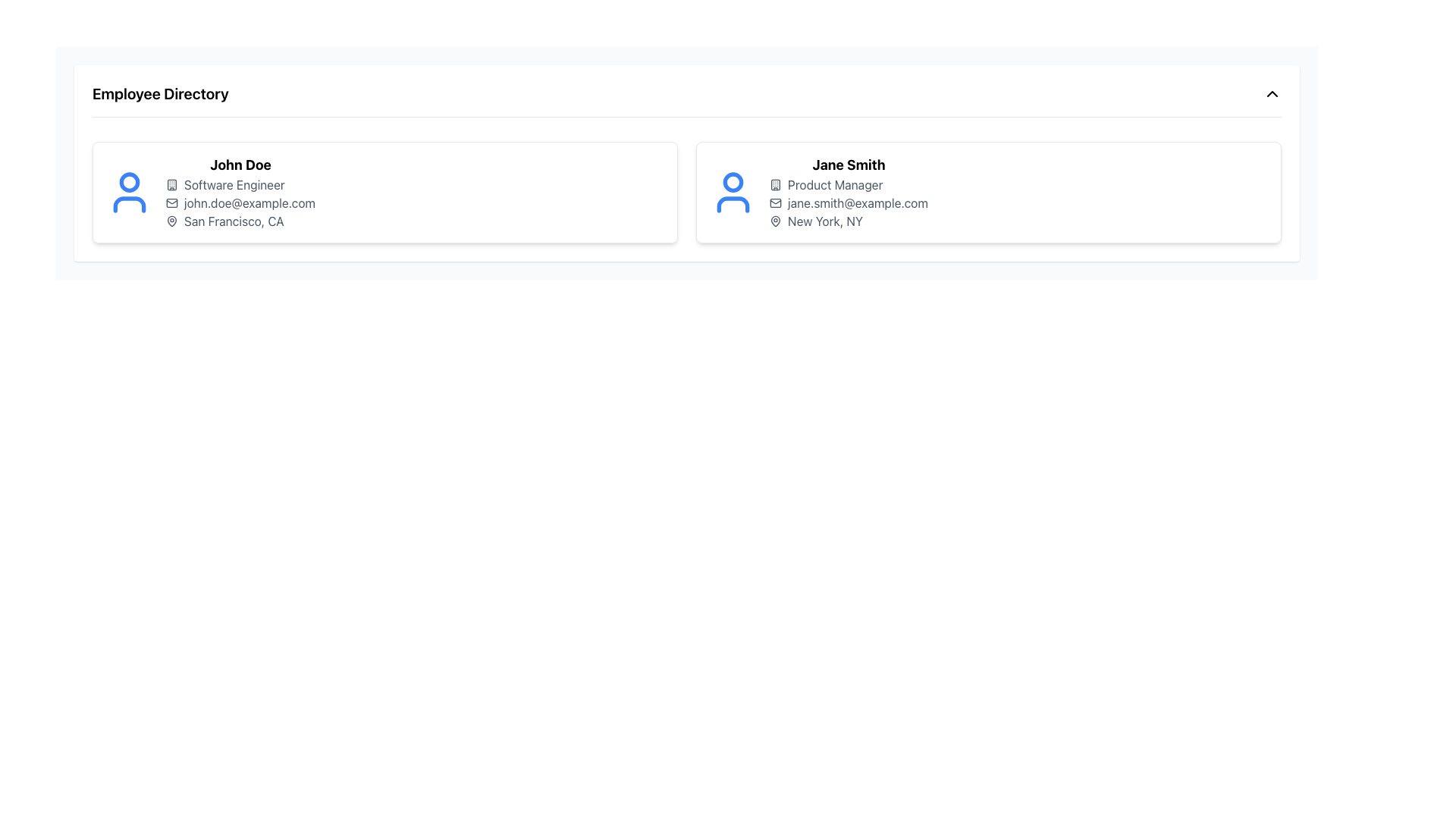 Image resolution: width=1456 pixels, height=819 pixels. What do you see at coordinates (848, 221) in the screenshot?
I see `the combined text display and decorative icon showing 'New York, NY' with a map marker icon, located at the bottom right of Jane Smith's contact card` at bounding box center [848, 221].